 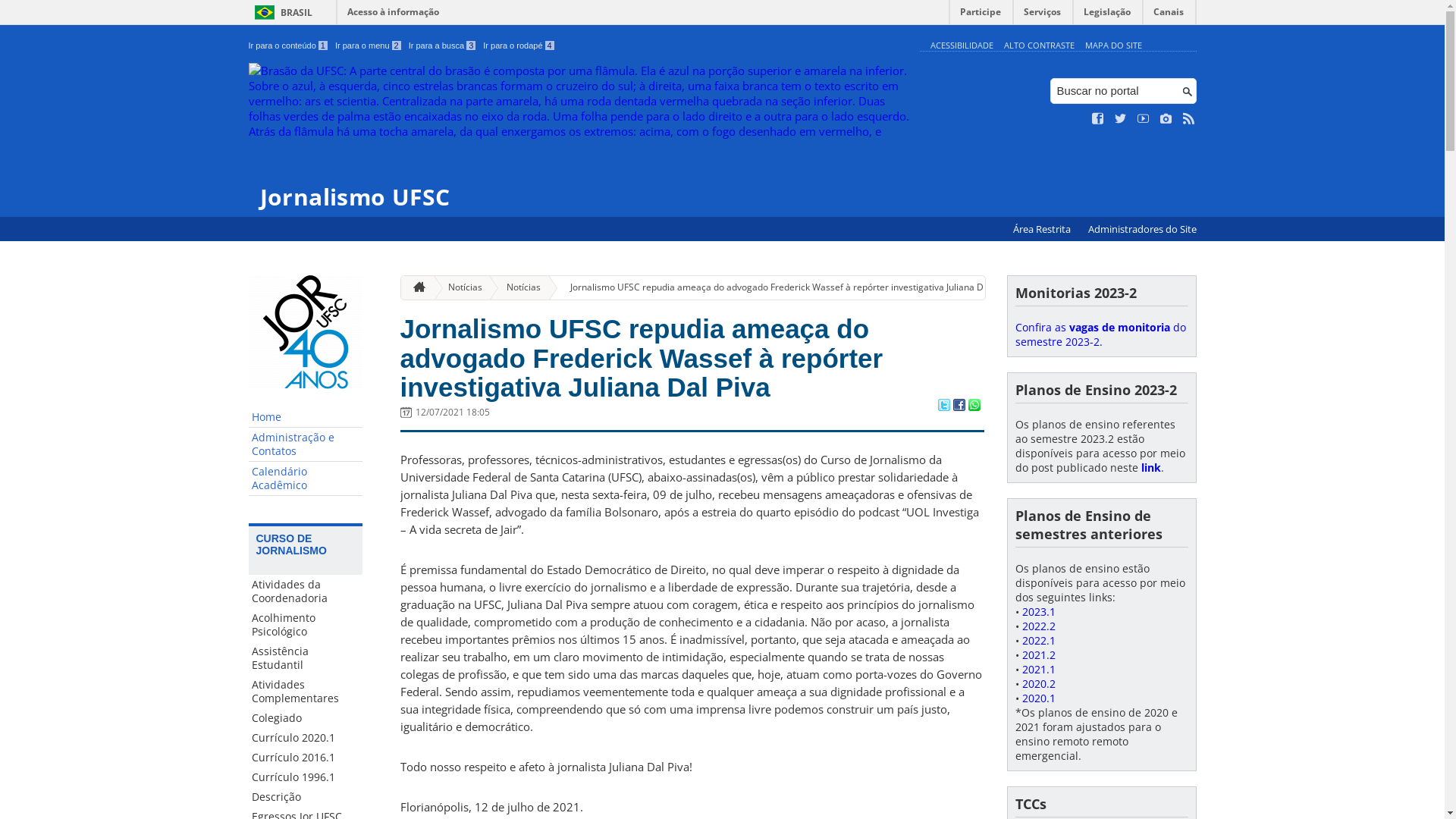 I want to click on 'Participe', so click(x=980, y=15).